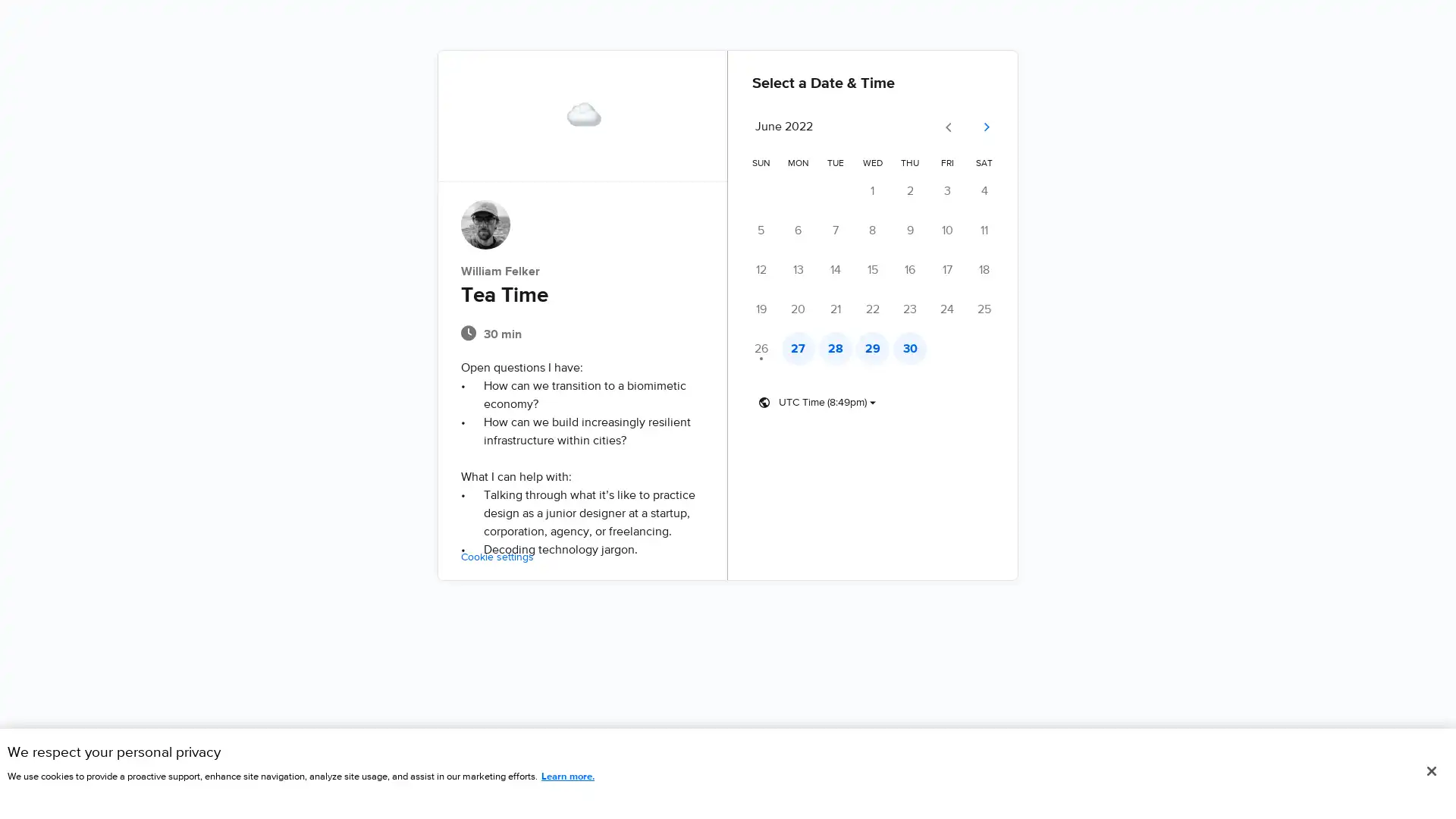  Describe the element at coordinates (998, 127) in the screenshot. I see `Go to next month` at that location.